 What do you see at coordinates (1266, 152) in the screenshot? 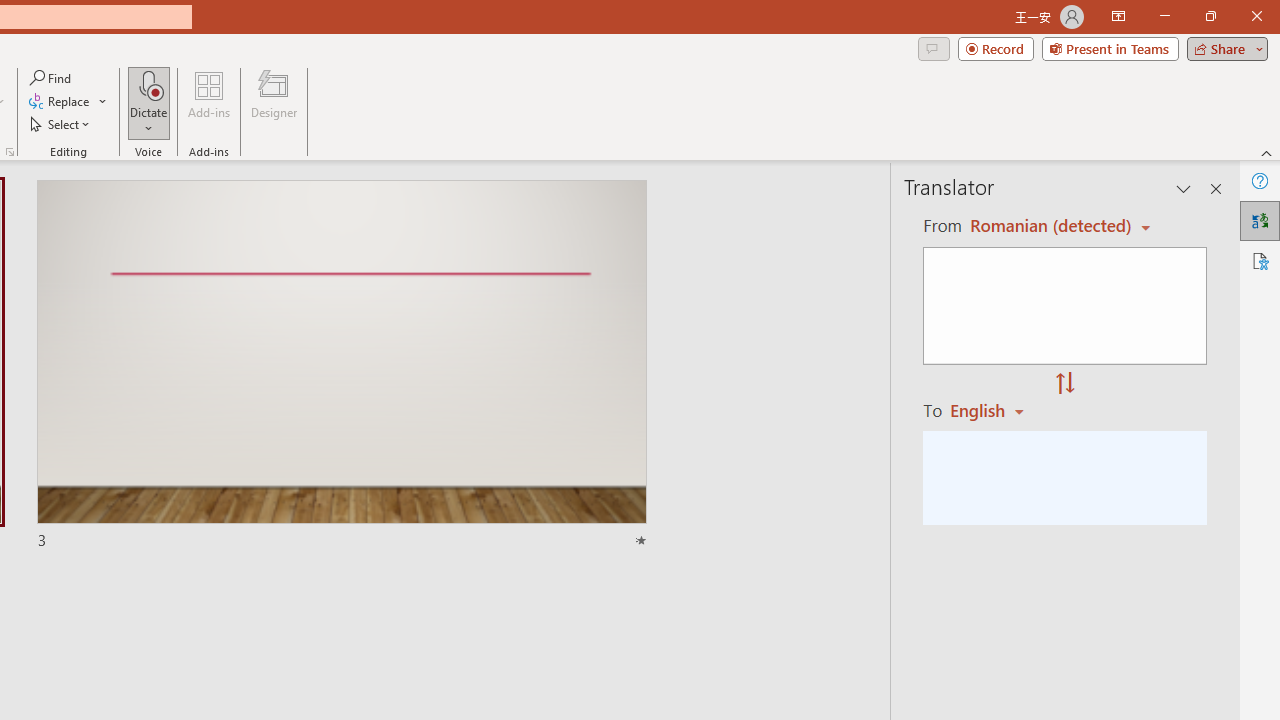
I see `'Collapse the Ribbon'` at bounding box center [1266, 152].